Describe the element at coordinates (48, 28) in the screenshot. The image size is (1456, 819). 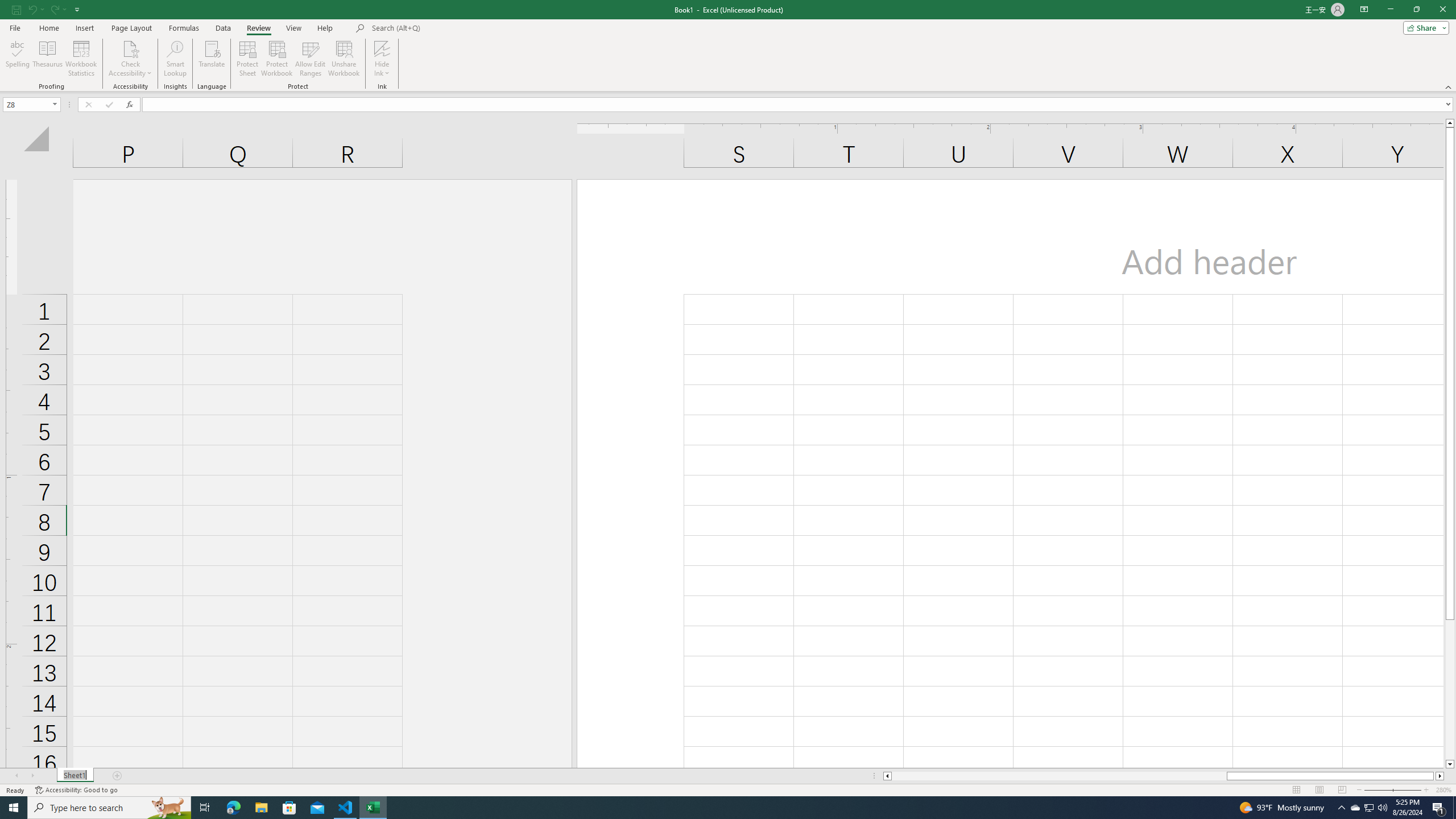
I see `'Home'` at that location.